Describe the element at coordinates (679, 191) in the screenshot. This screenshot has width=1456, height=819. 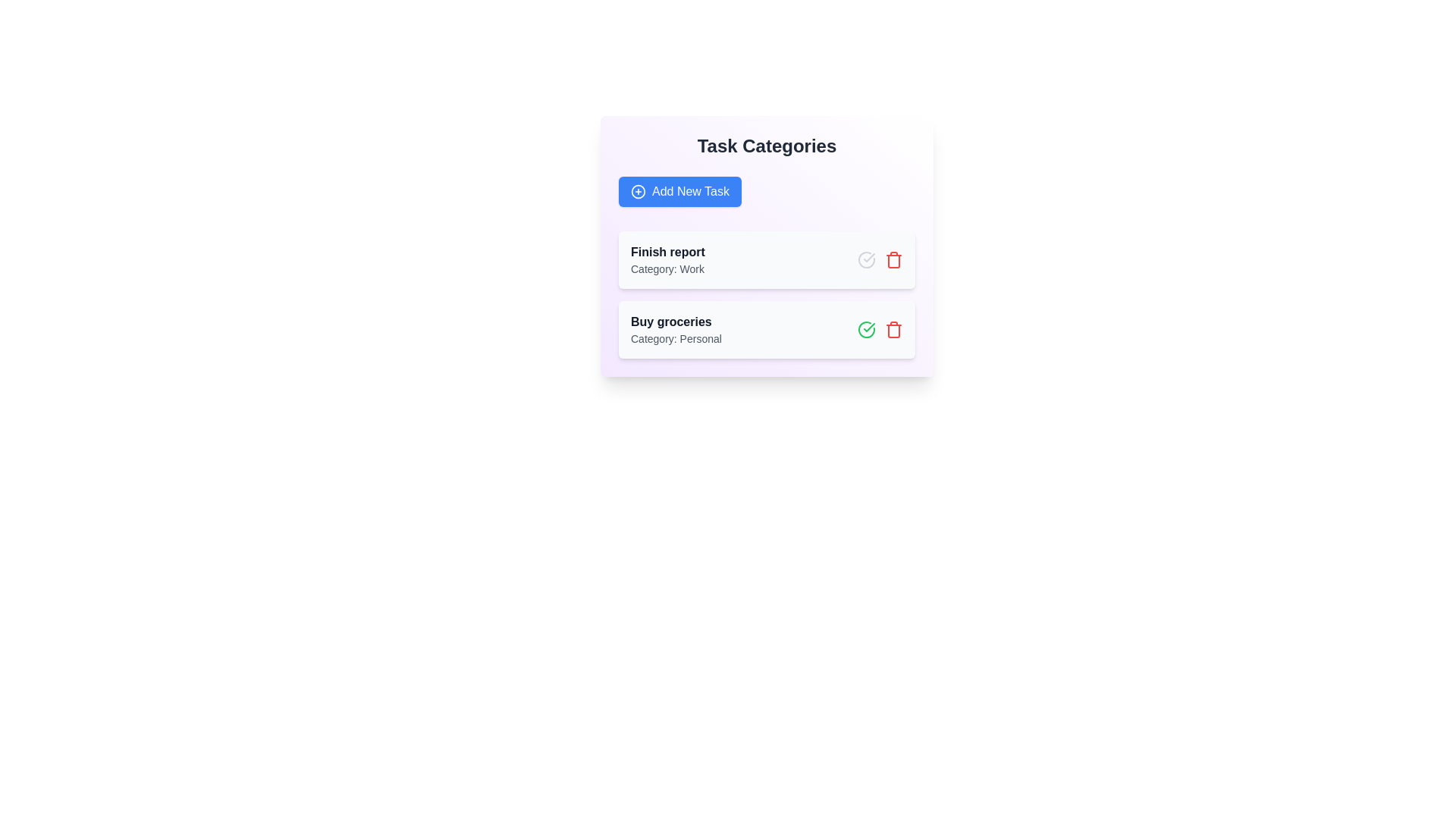
I see `the 'Add New Task' button` at that location.